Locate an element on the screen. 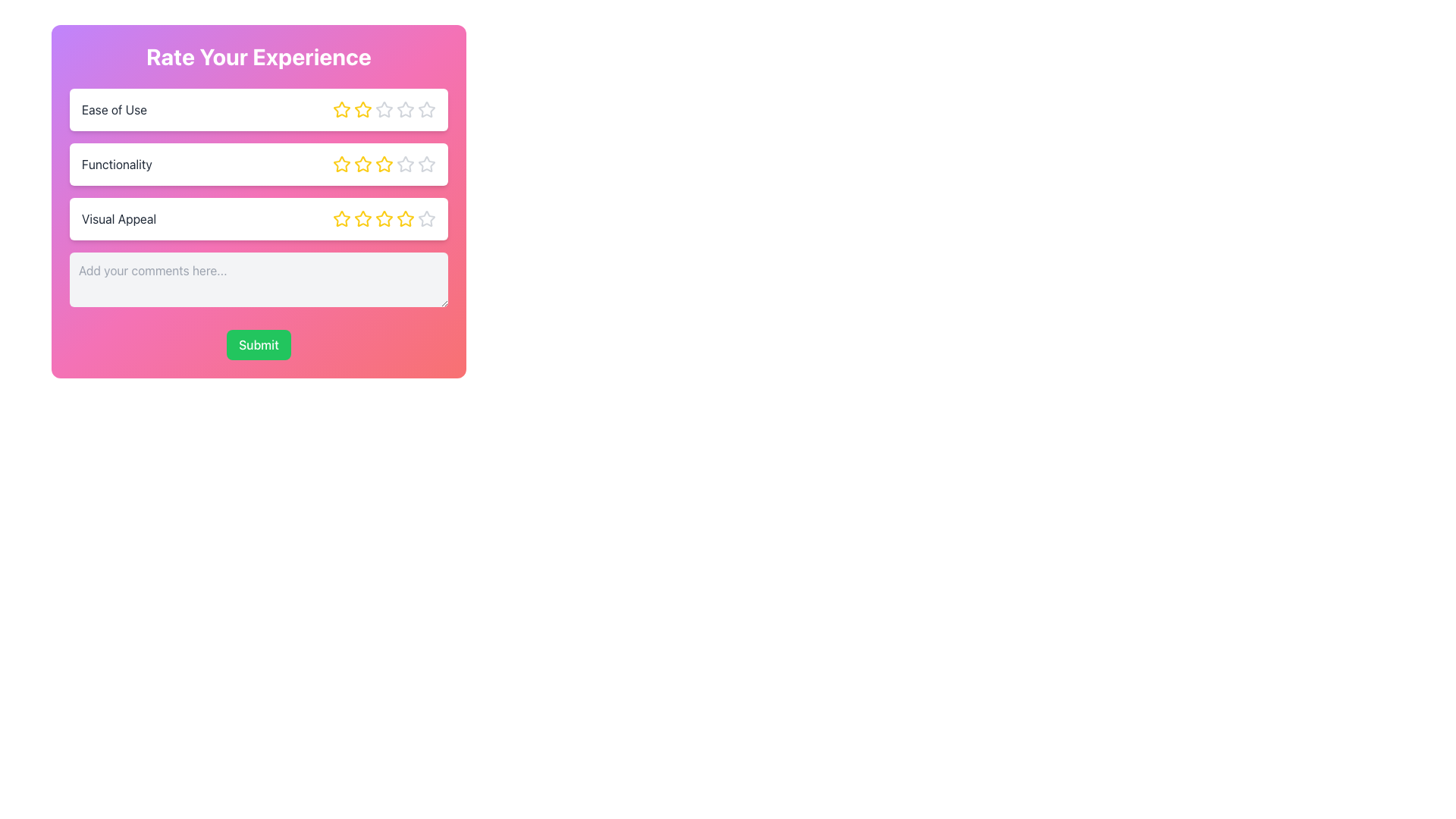 The height and width of the screenshot is (819, 1456). the first star icon for rating in the 'Ease of Use' section is located at coordinates (341, 109).